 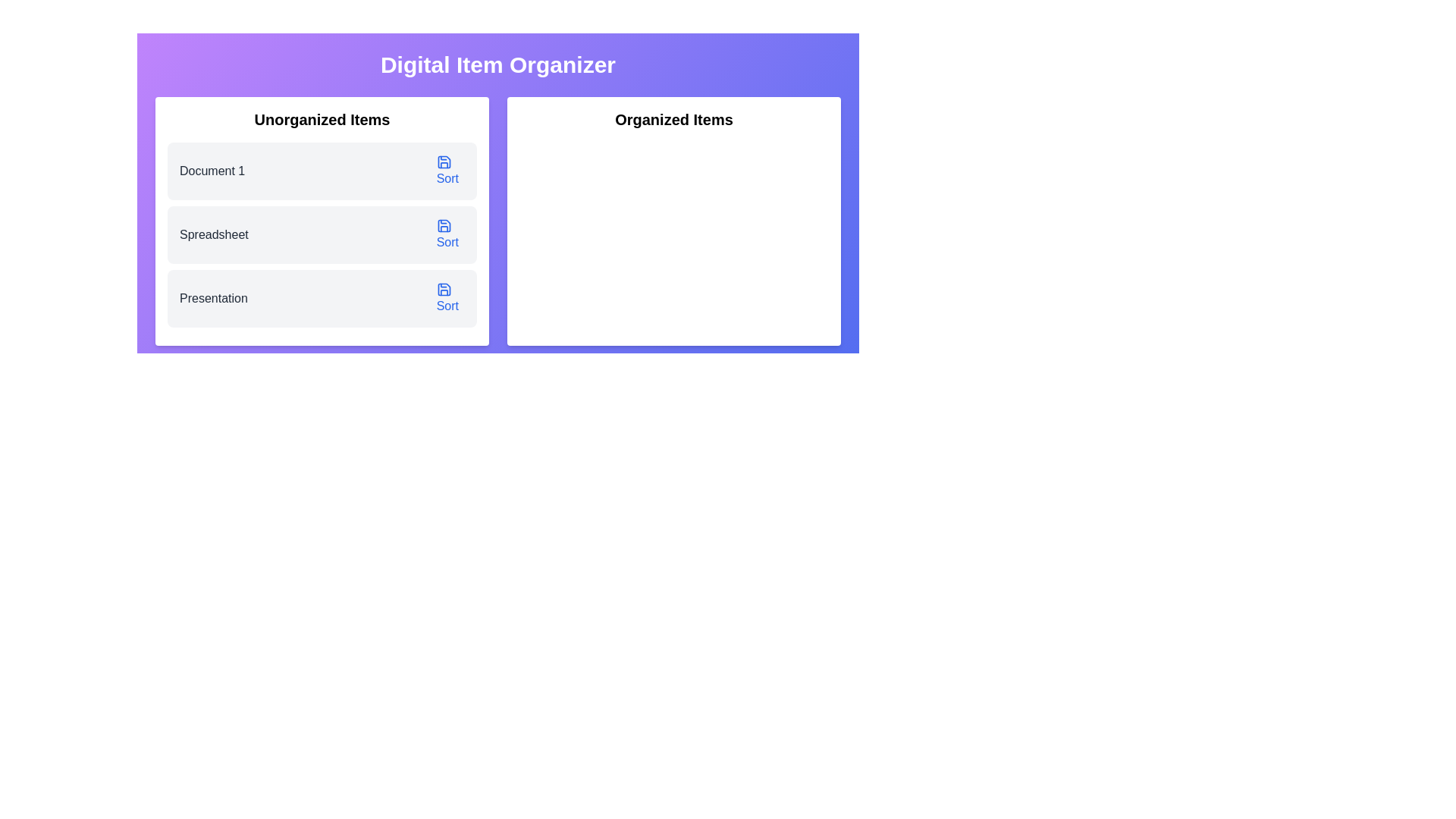 What do you see at coordinates (212, 171) in the screenshot?
I see `the text label displaying 'Document 1' located in the 'Unorganized Items' section, which is the first item in a vertical list` at bounding box center [212, 171].